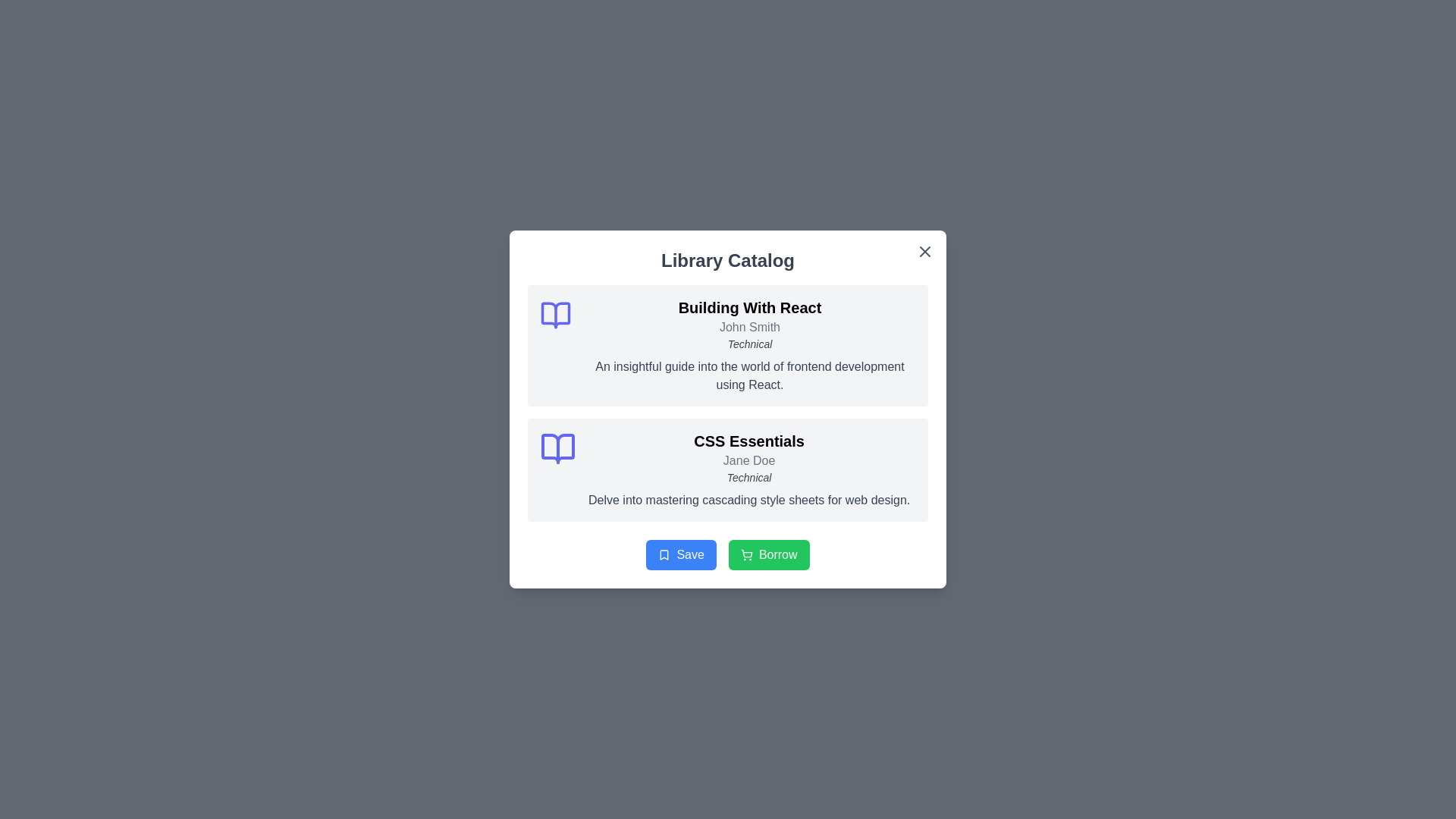 This screenshot has width=1456, height=819. What do you see at coordinates (749, 441) in the screenshot?
I see `the 'CSS Essentials' text label which is displayed in bold within the second card's title position` at bounding box center [749, 441].